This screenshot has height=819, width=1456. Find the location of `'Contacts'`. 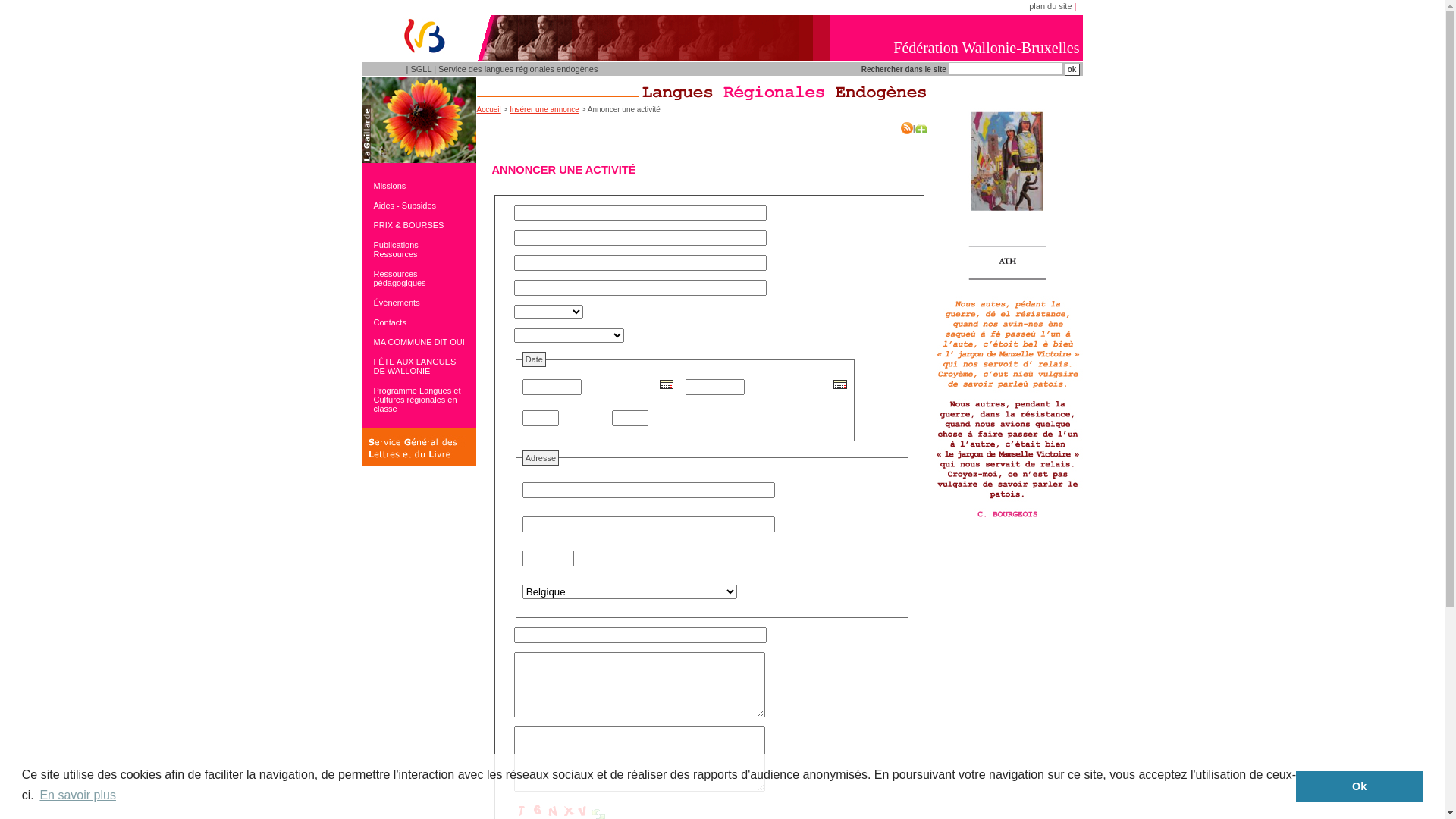

'Contacts' is located at coordinates (362, 321).